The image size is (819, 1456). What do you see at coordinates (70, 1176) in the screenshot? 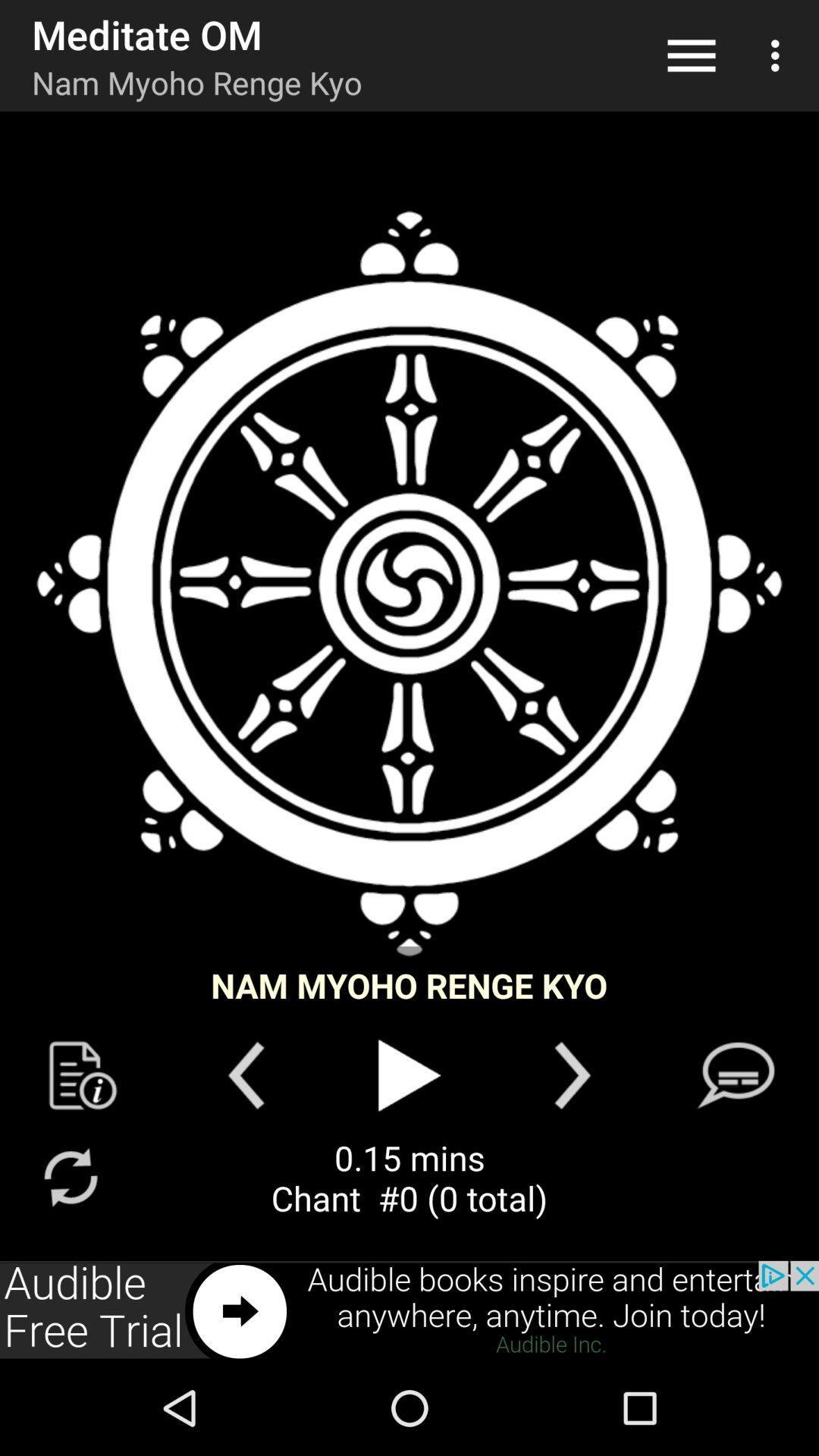
I see `the refresh icon` at bounding box center [70, 1176].